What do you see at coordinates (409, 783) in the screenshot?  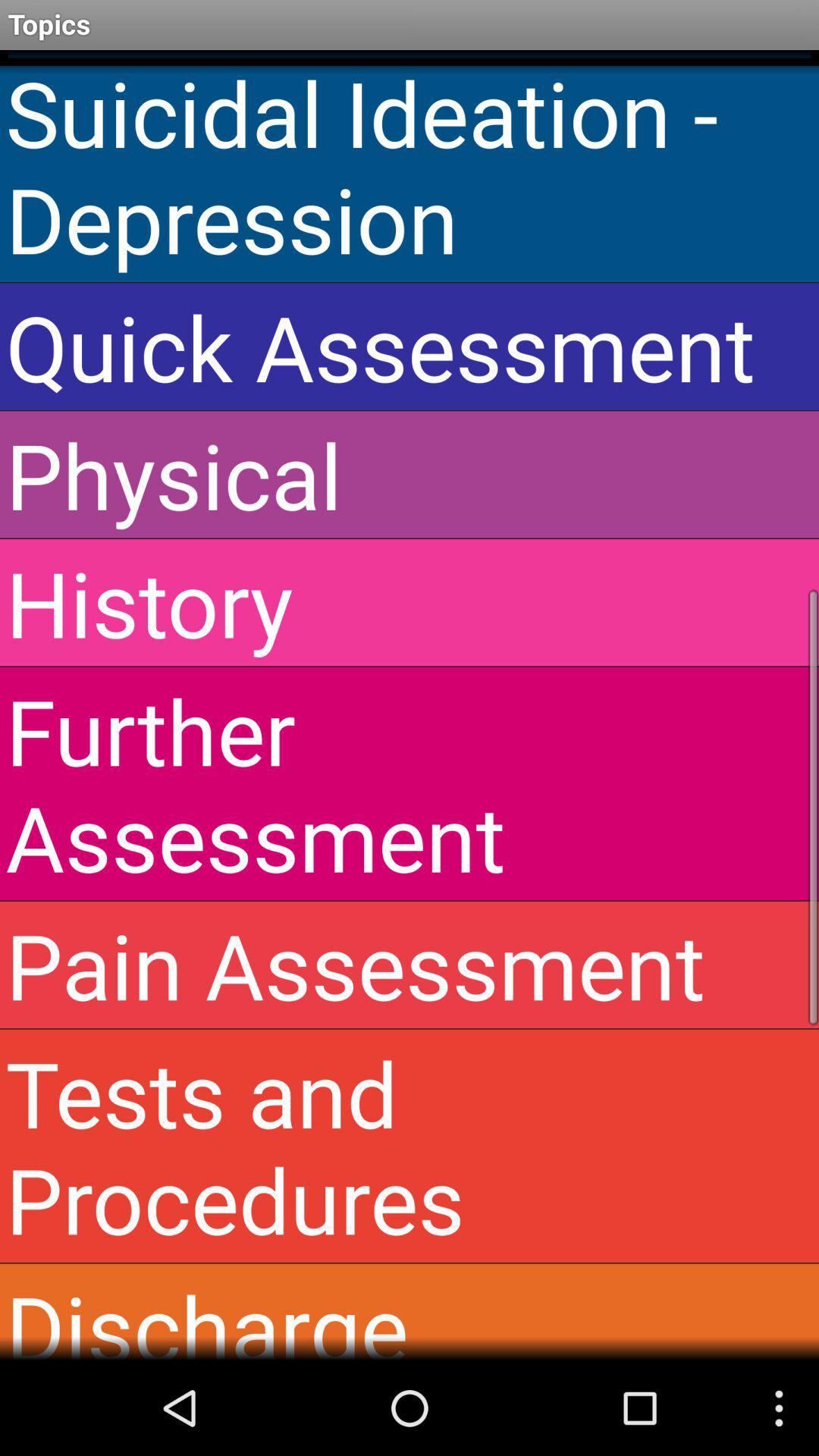 I see `app below history icon` at bounding box center [409, 783].